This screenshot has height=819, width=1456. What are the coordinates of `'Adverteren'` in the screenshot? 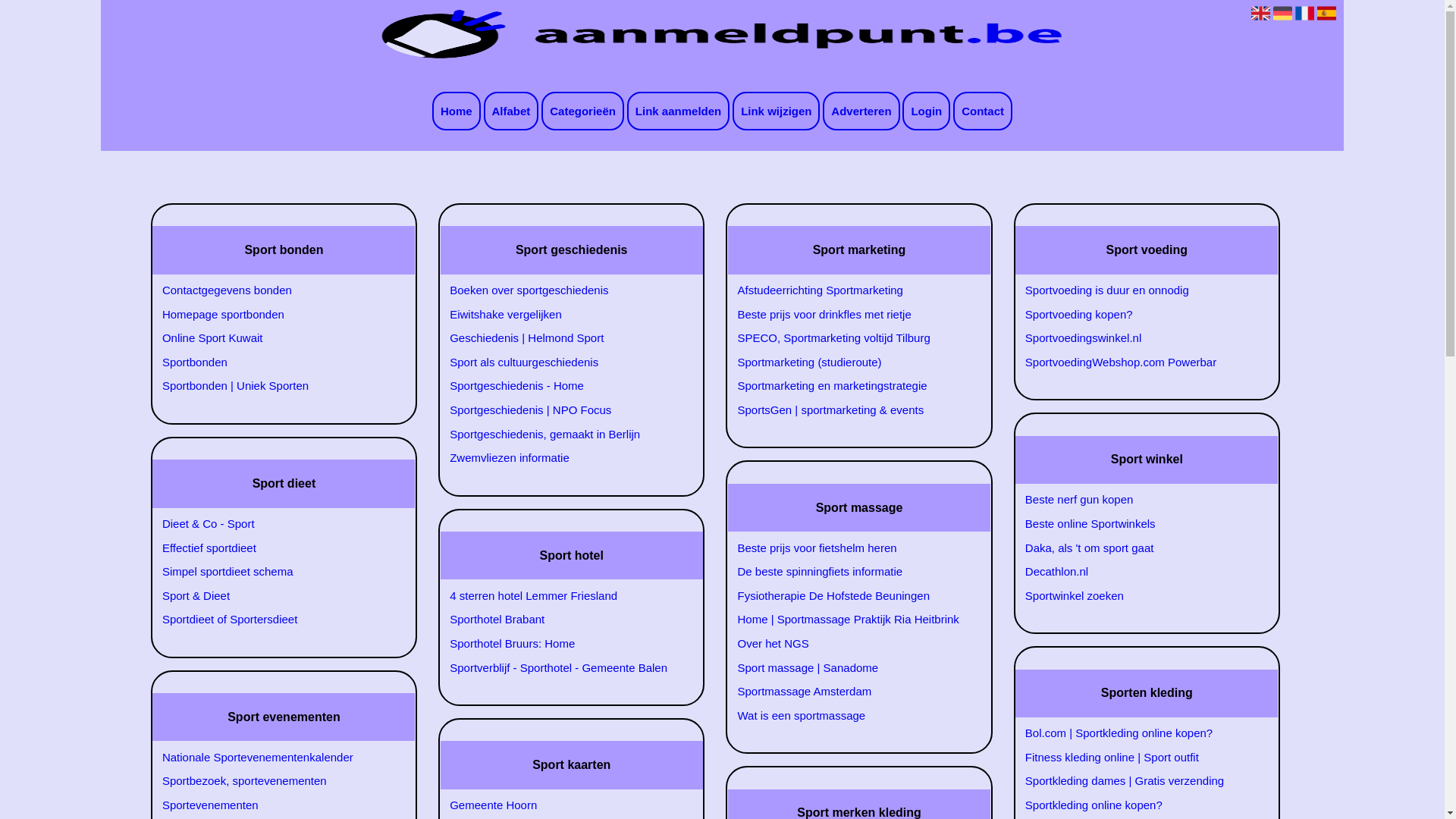 It's located at (821, 110).